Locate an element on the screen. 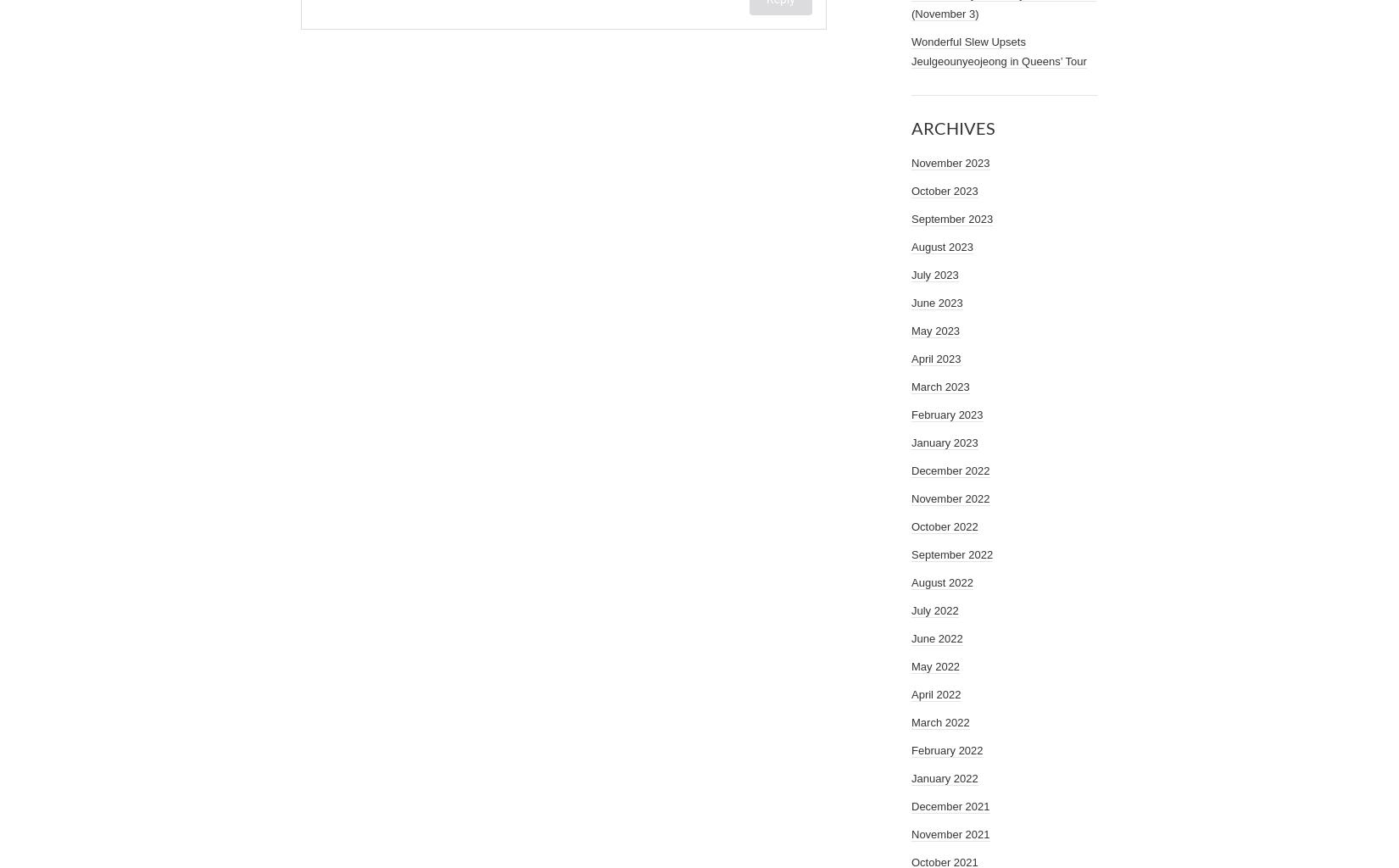 This screenshot has width=1399, height=868. 'November 2021' is located at coordinates (950, 833).